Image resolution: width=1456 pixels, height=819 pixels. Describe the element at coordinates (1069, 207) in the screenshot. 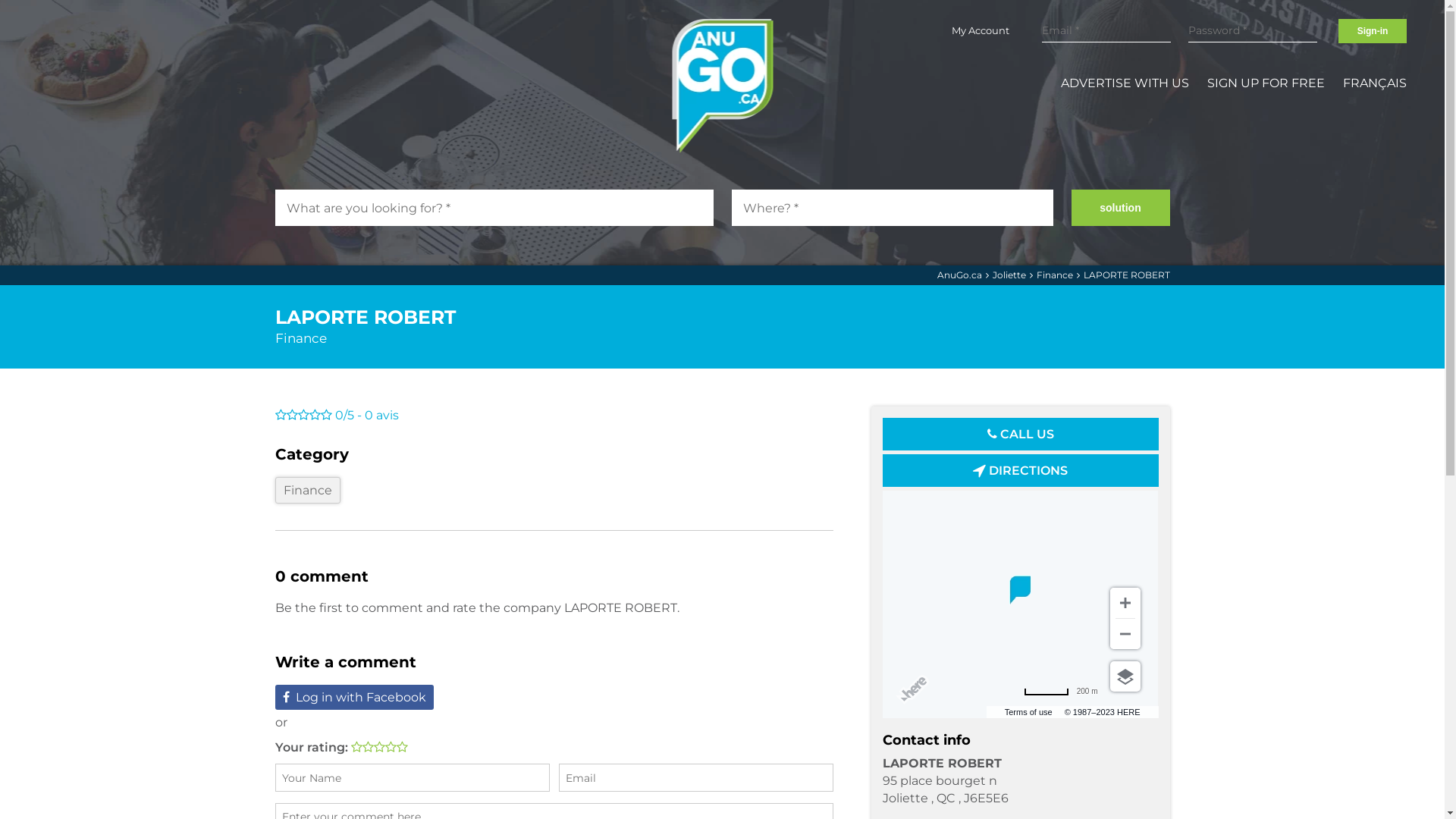

I see `'solution'` at that location.